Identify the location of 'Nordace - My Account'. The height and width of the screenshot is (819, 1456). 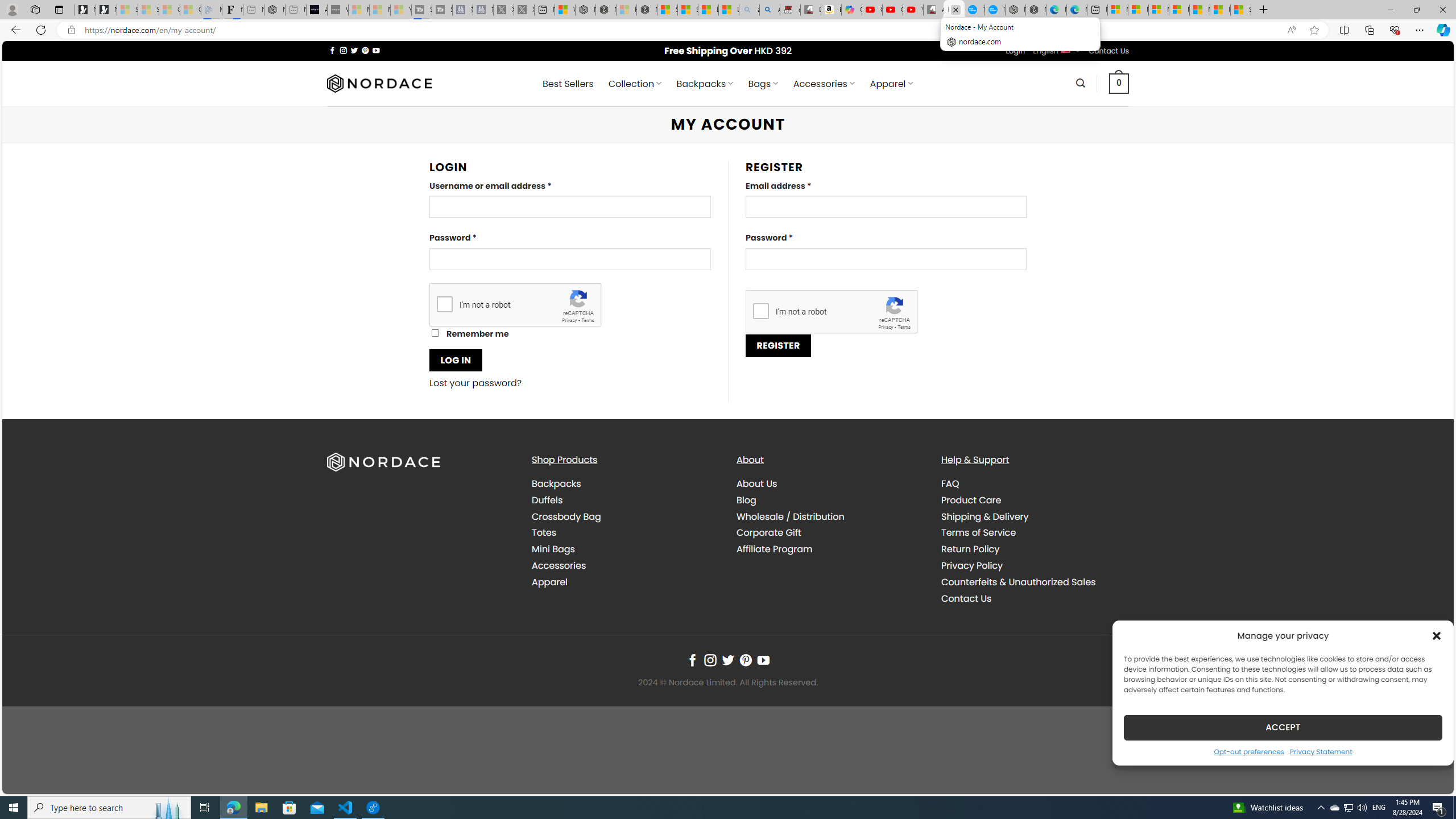
(954, 9).